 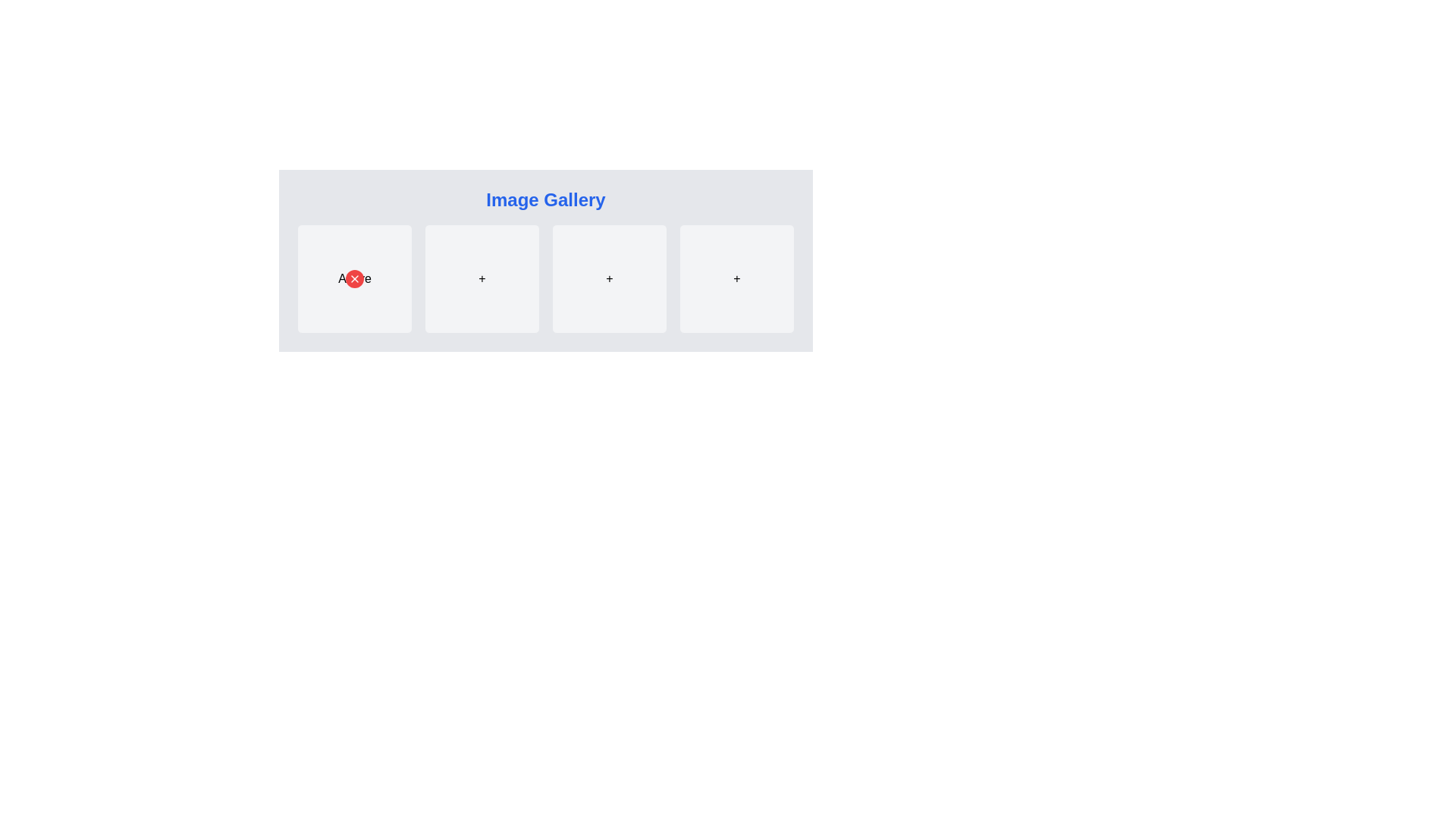 What do you see at coordinates (353, 278) in the screenshot?
I see `the circular red button with a white 'X' icon located at the top-right corner of the 'Active' card` at bounding box center [353, 278].